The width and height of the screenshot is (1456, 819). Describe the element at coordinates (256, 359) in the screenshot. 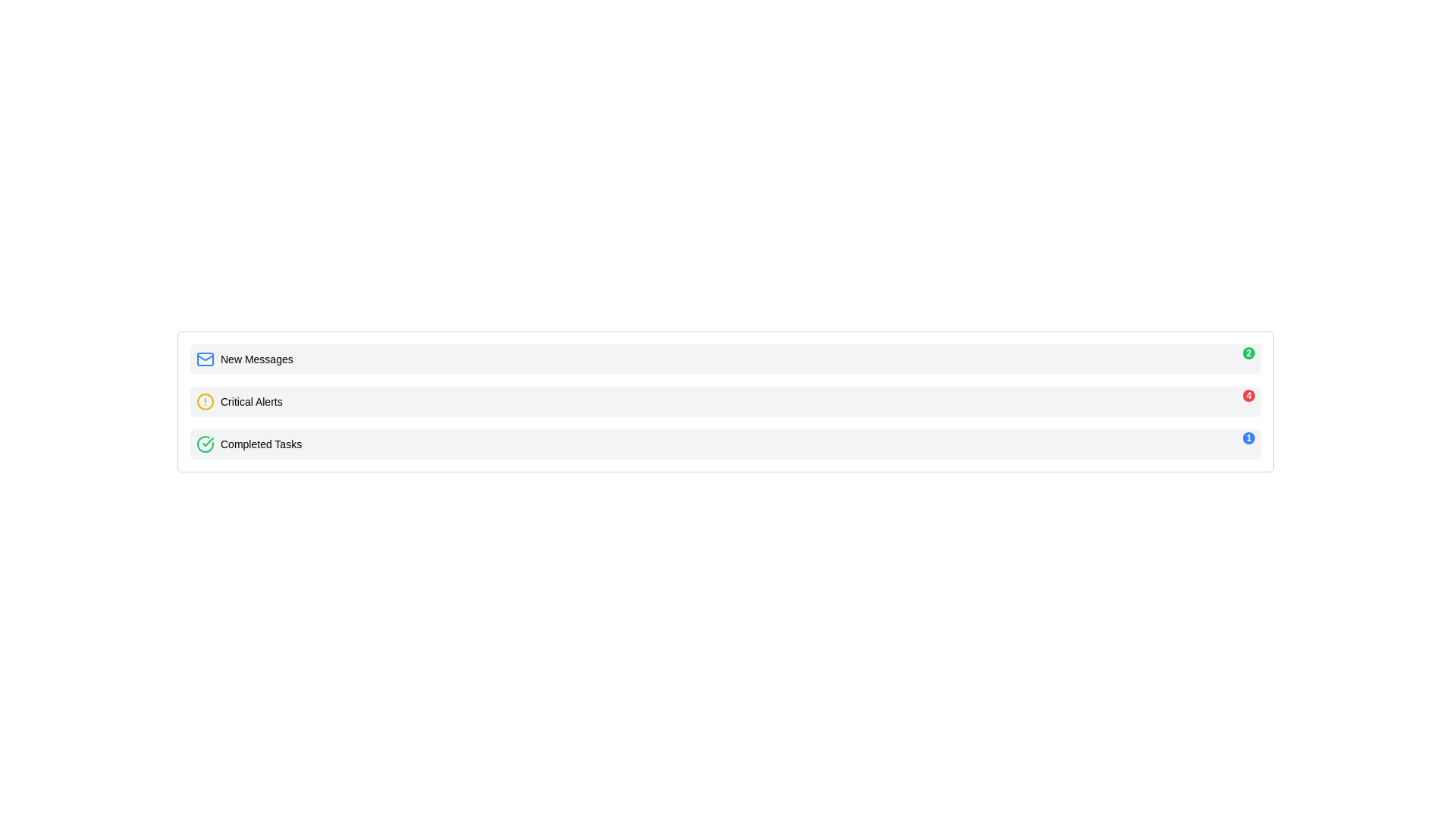

I see `text of the 'New Messages' label, which is styled in black and positioned next to a blue mail icon` at that location.